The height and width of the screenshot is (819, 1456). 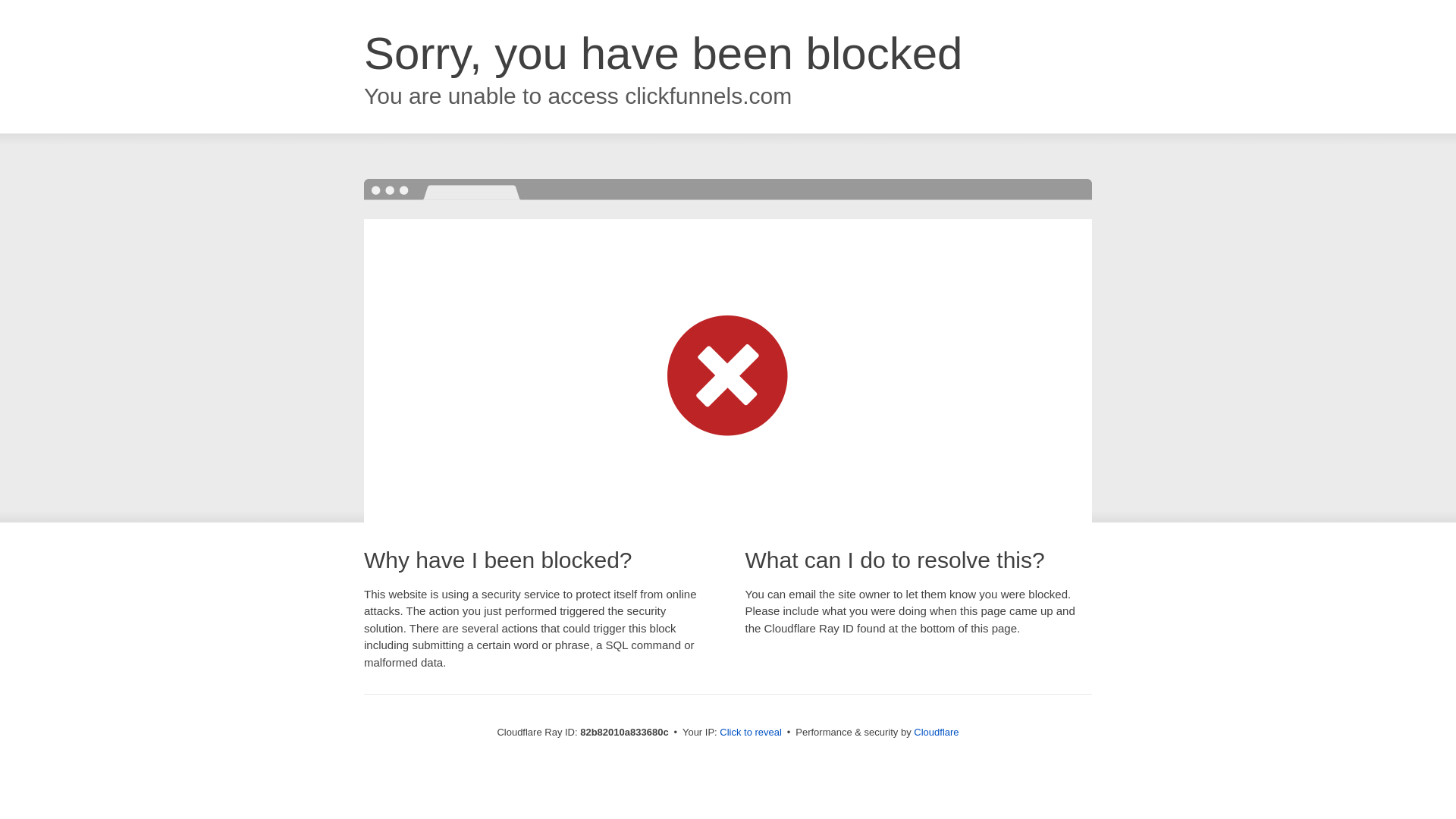 I want to click on 'Click to reveal', so click(x=719, y=731).